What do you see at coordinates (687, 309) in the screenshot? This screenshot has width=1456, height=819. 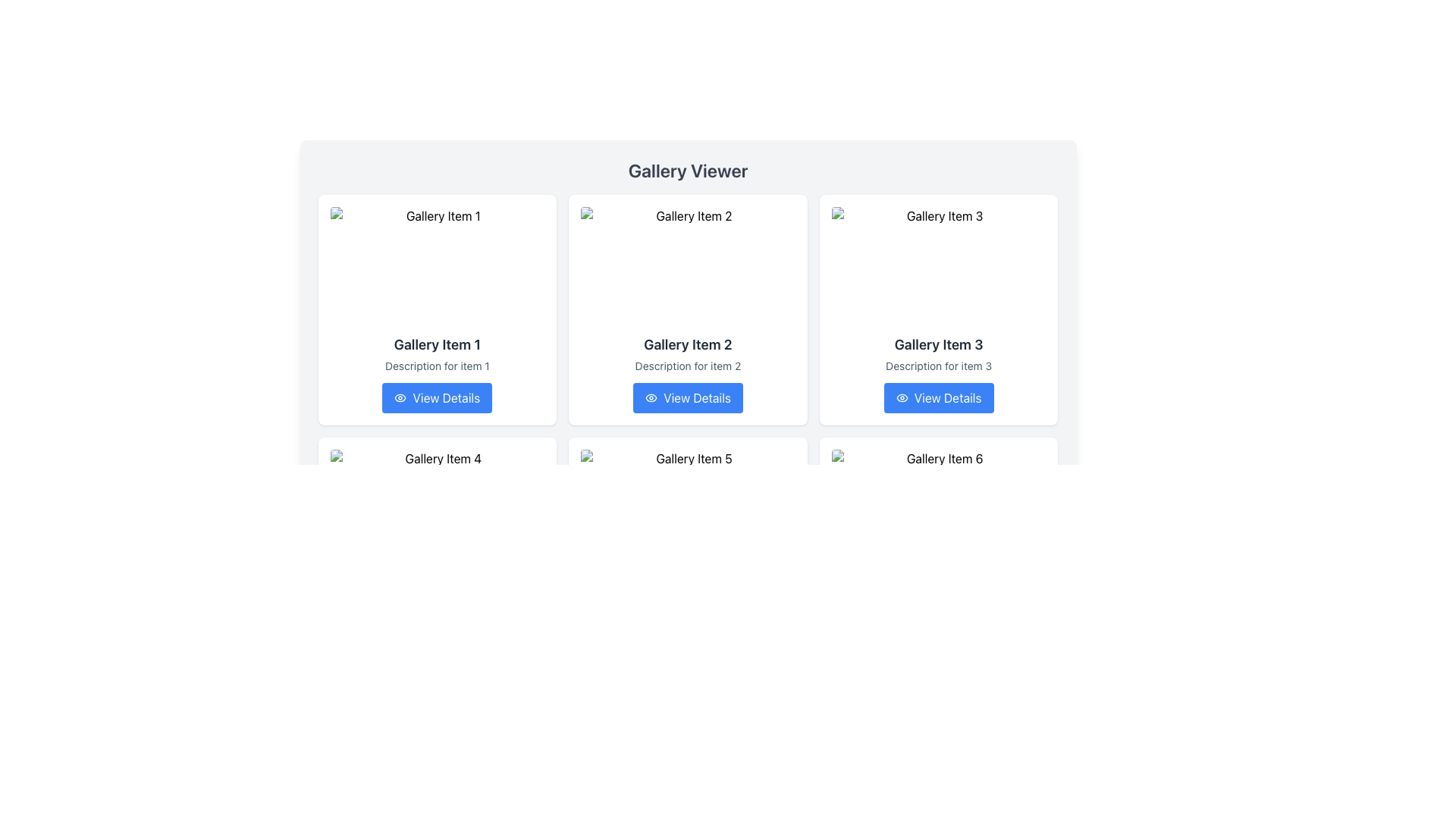 I see `the Card Item labeled 'Gallery Item 2' that has a white background, rounded corners, and a shadow effect, located in the middle column of the top row in the gallery layout` at bounding box center [687, 309].